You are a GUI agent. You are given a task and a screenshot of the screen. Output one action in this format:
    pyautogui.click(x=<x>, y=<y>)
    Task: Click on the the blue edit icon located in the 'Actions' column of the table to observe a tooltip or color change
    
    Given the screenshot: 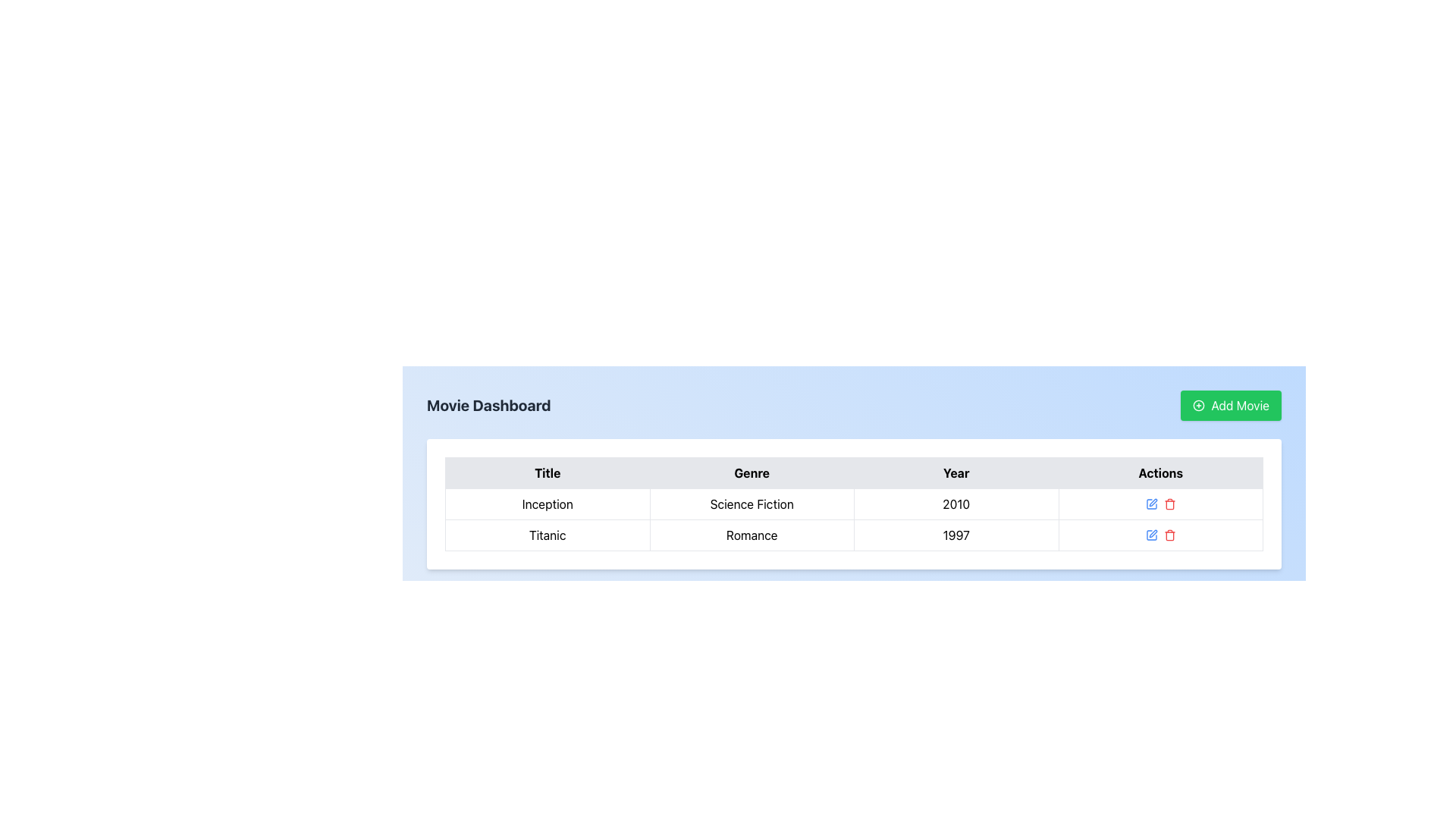 What is the action you would take?
    pyautogui.click(x=1151, y=534)
    